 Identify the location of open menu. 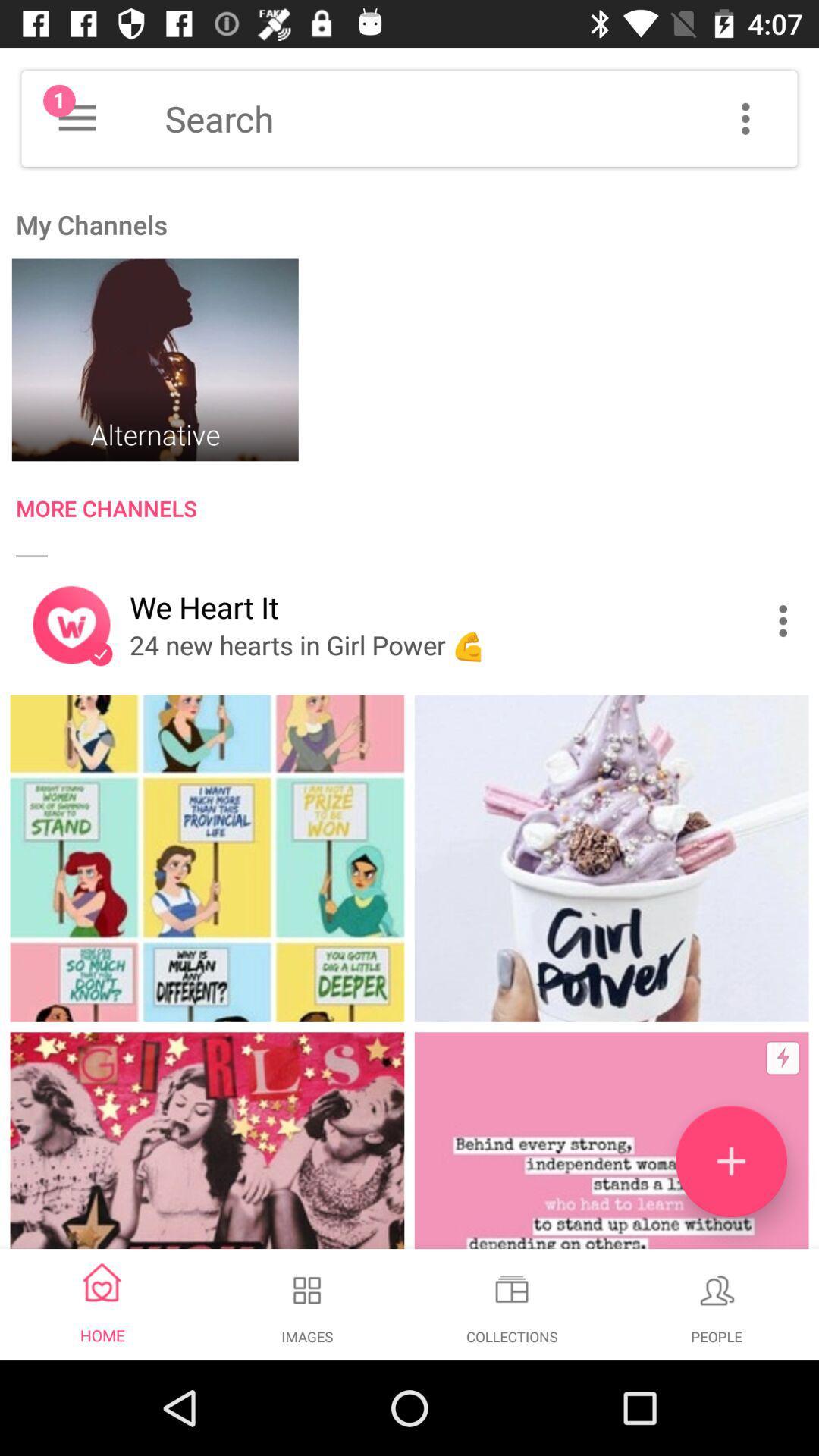
(77, 118).